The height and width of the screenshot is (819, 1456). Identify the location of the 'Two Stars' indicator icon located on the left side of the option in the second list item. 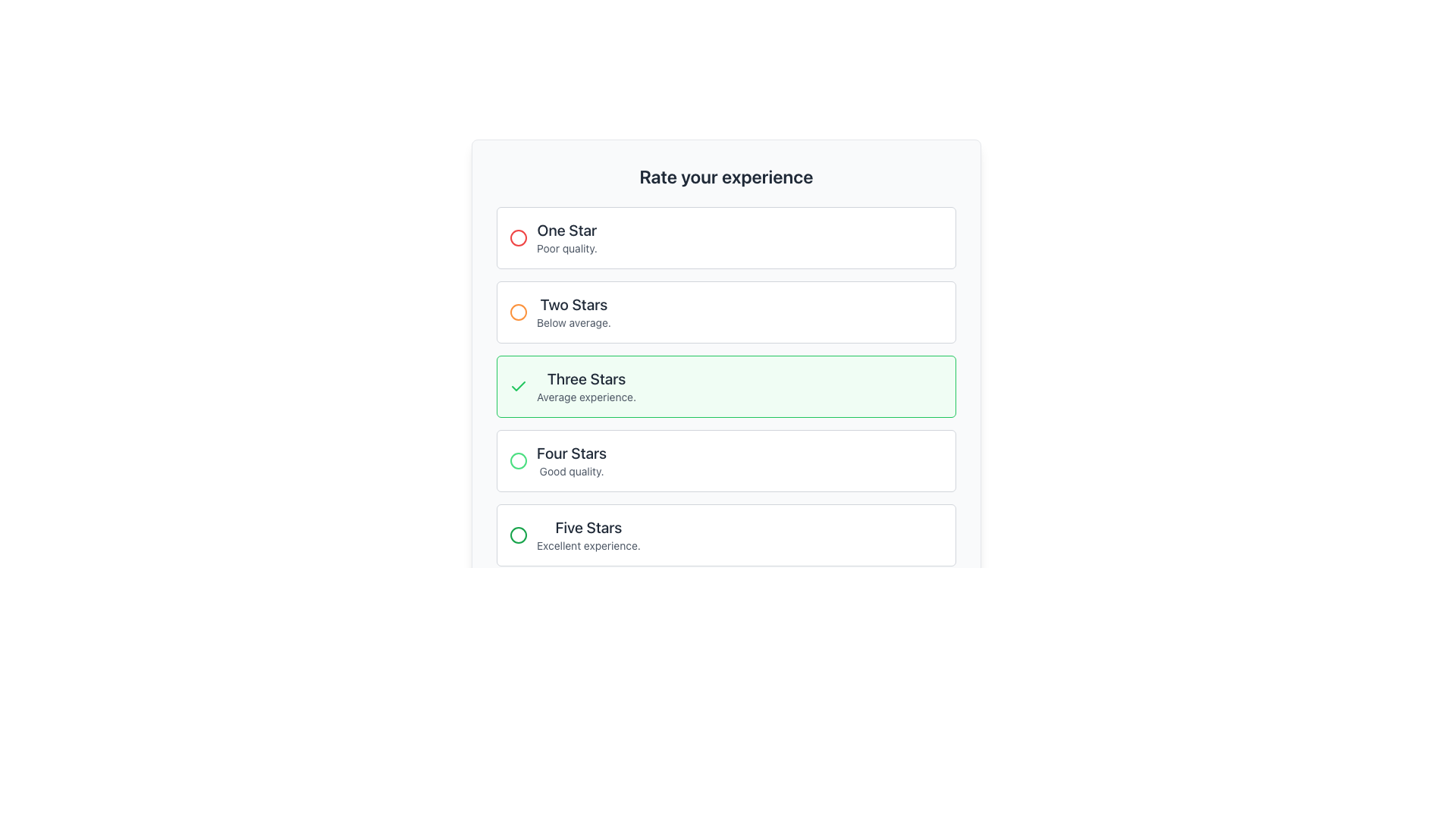
(519, 312).